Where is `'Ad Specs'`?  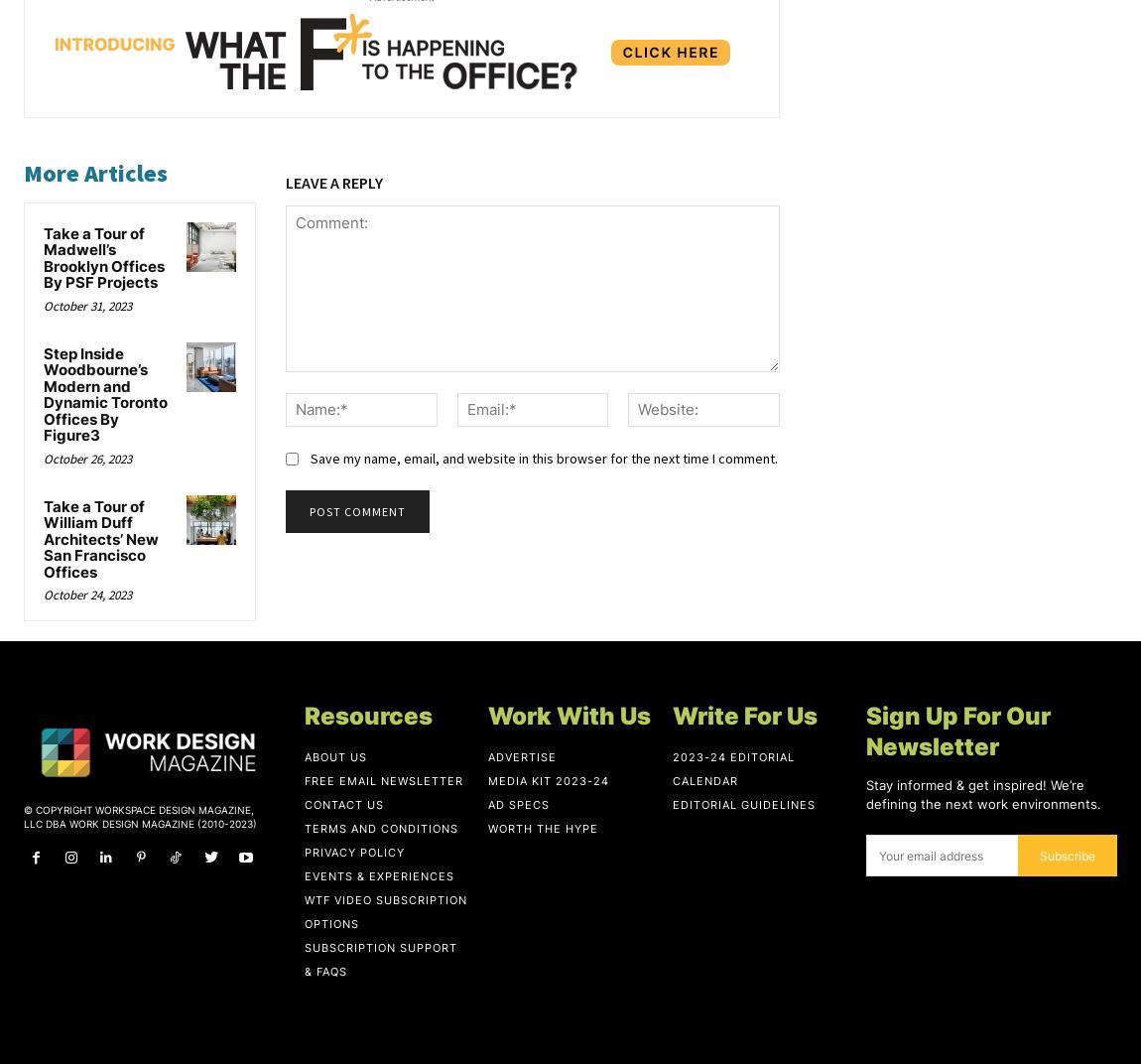 'Ad Specs' is located at coordinates (519, 803).